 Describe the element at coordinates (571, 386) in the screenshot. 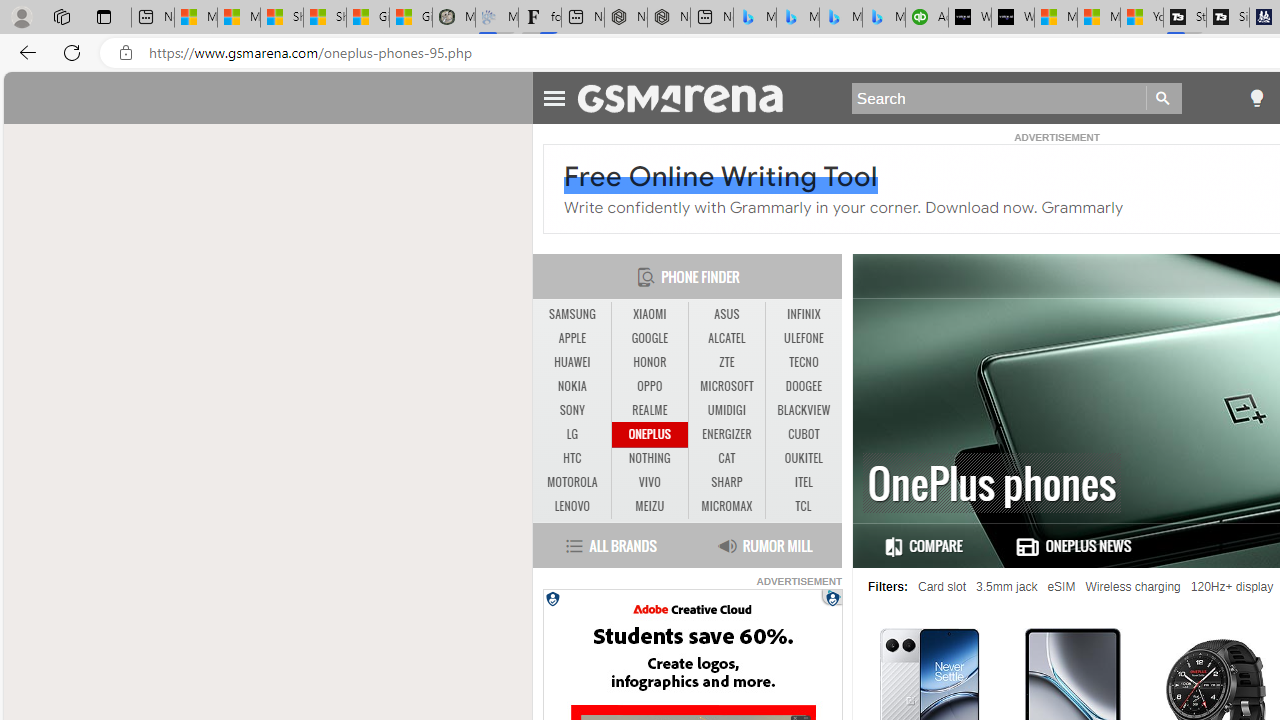

I see `'NOKIA'` at that location.